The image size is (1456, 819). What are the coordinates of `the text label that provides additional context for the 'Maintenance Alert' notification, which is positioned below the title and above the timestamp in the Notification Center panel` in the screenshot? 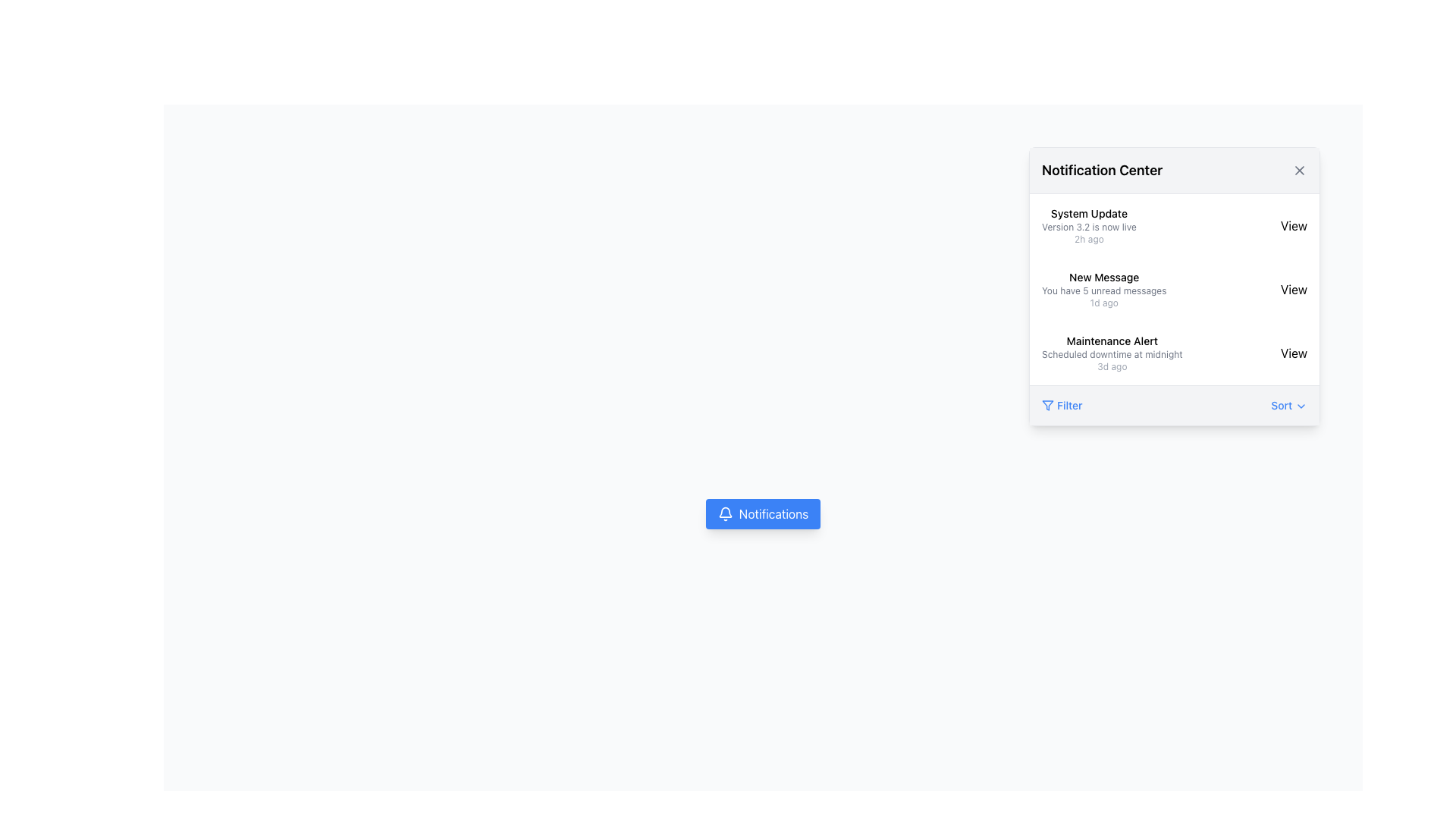 It's located at (1112, 354).